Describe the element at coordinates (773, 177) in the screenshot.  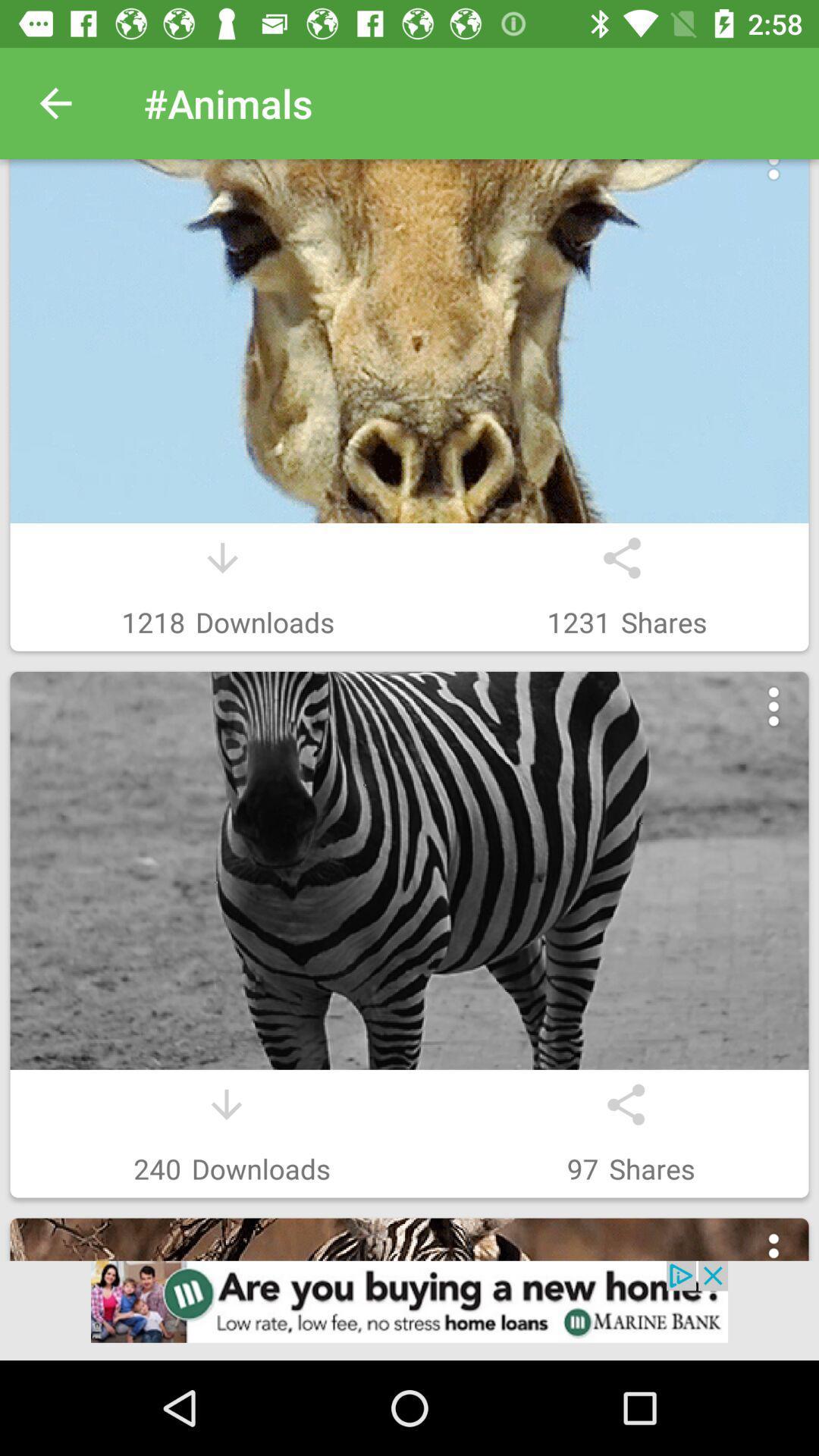
I see `open picture settings` at that location.